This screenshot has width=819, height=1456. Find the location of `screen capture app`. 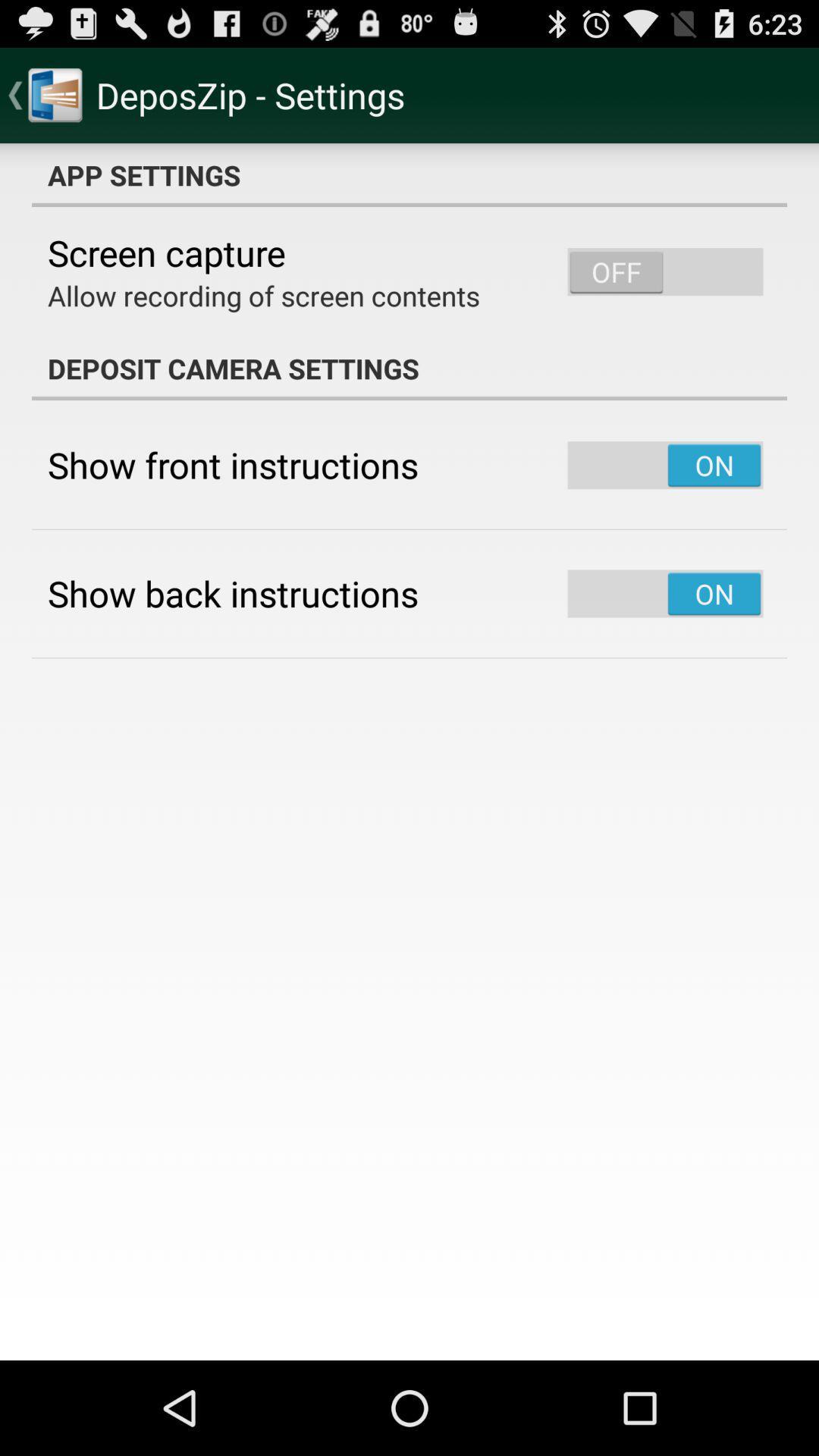

screen capture app is located at coordinates (166, 253).